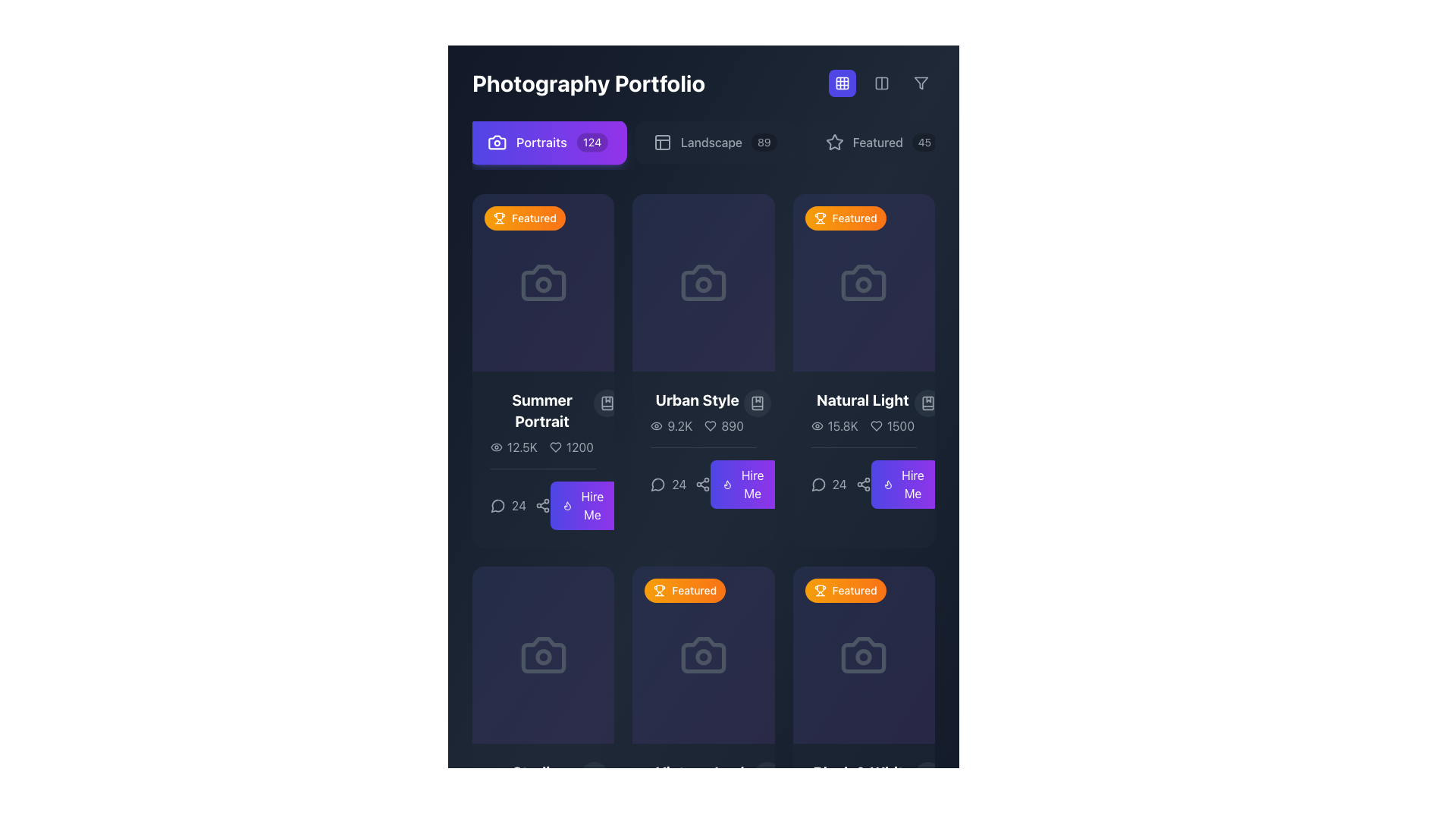 Image resolution: width=1456 pixels, height=819 pixels. What do you see at coordinates (876, 426) in the screenshot?
I see `the heart-shaped icon that represents a 'like' or 'favorite' indicator, located to the left of the numerical value '1500' in the bottom section of a card element` at bounding box center [876, 426].